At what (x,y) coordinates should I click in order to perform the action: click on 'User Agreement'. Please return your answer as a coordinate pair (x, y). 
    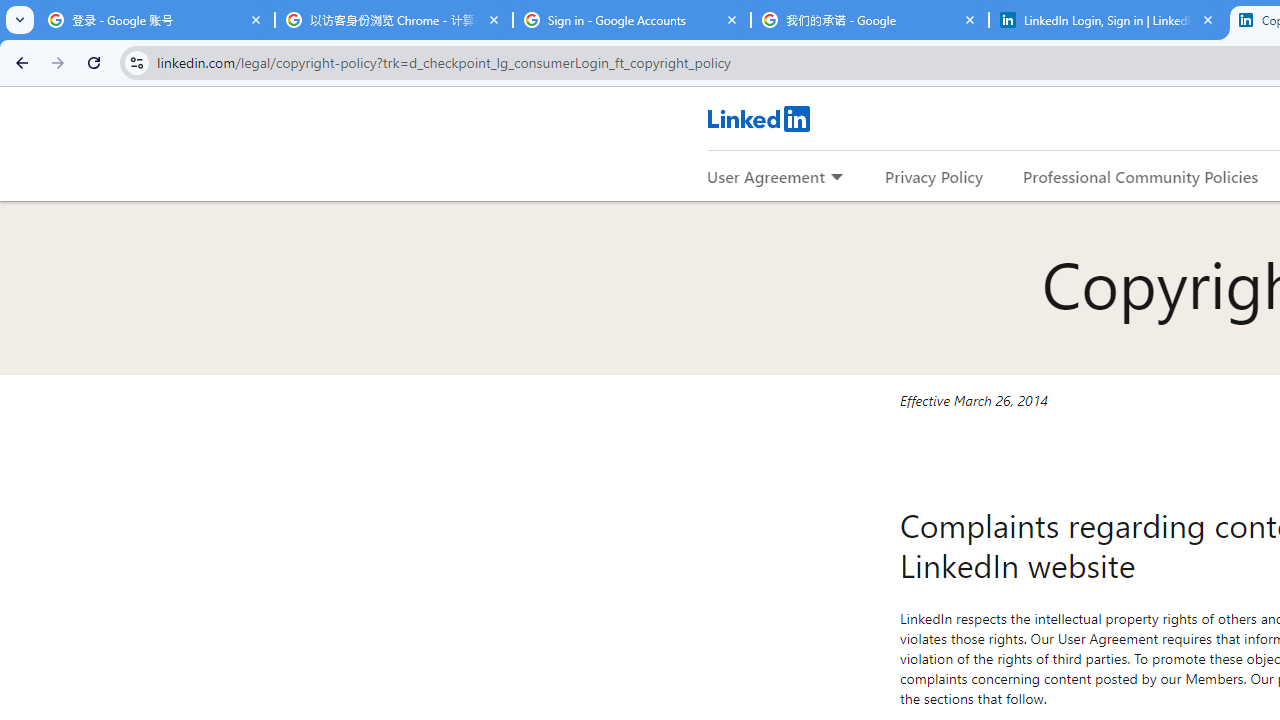
    Looking at the image, I should click on (765, 175).